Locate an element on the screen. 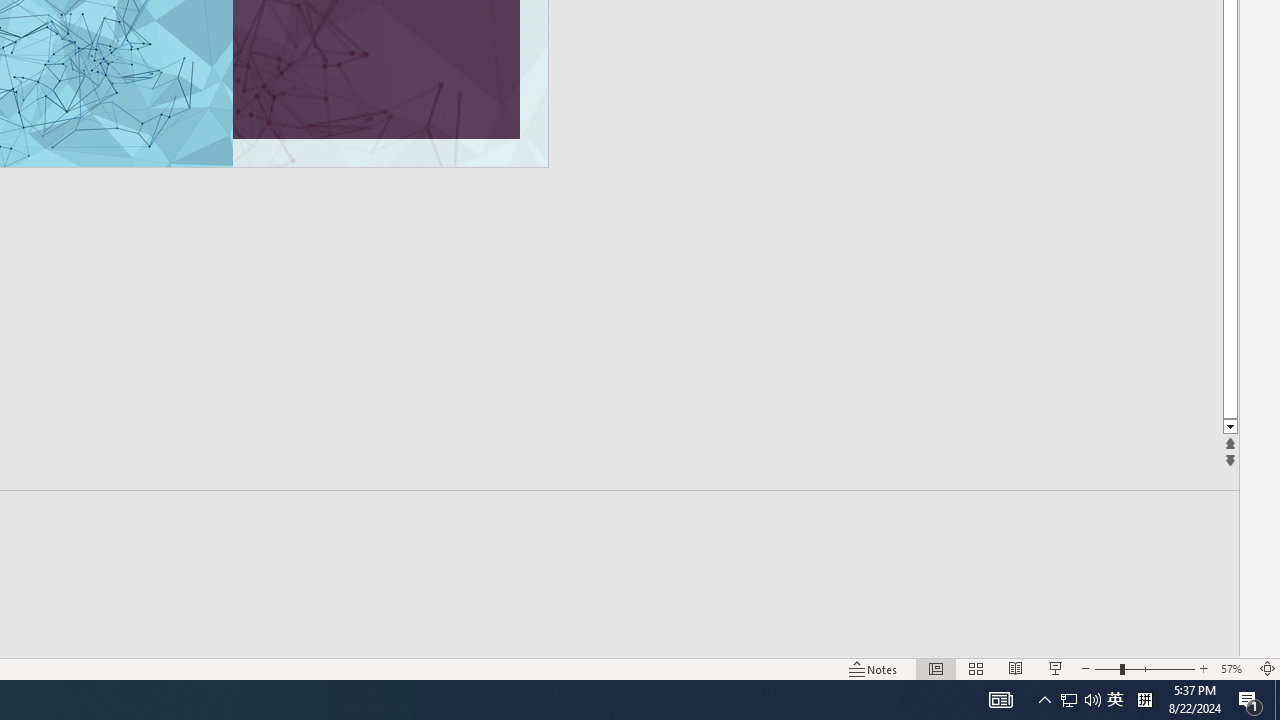 This screenshot has width=1280, height=720. 'User Promoted Notification Area' is located at coordinates (1079, 698).